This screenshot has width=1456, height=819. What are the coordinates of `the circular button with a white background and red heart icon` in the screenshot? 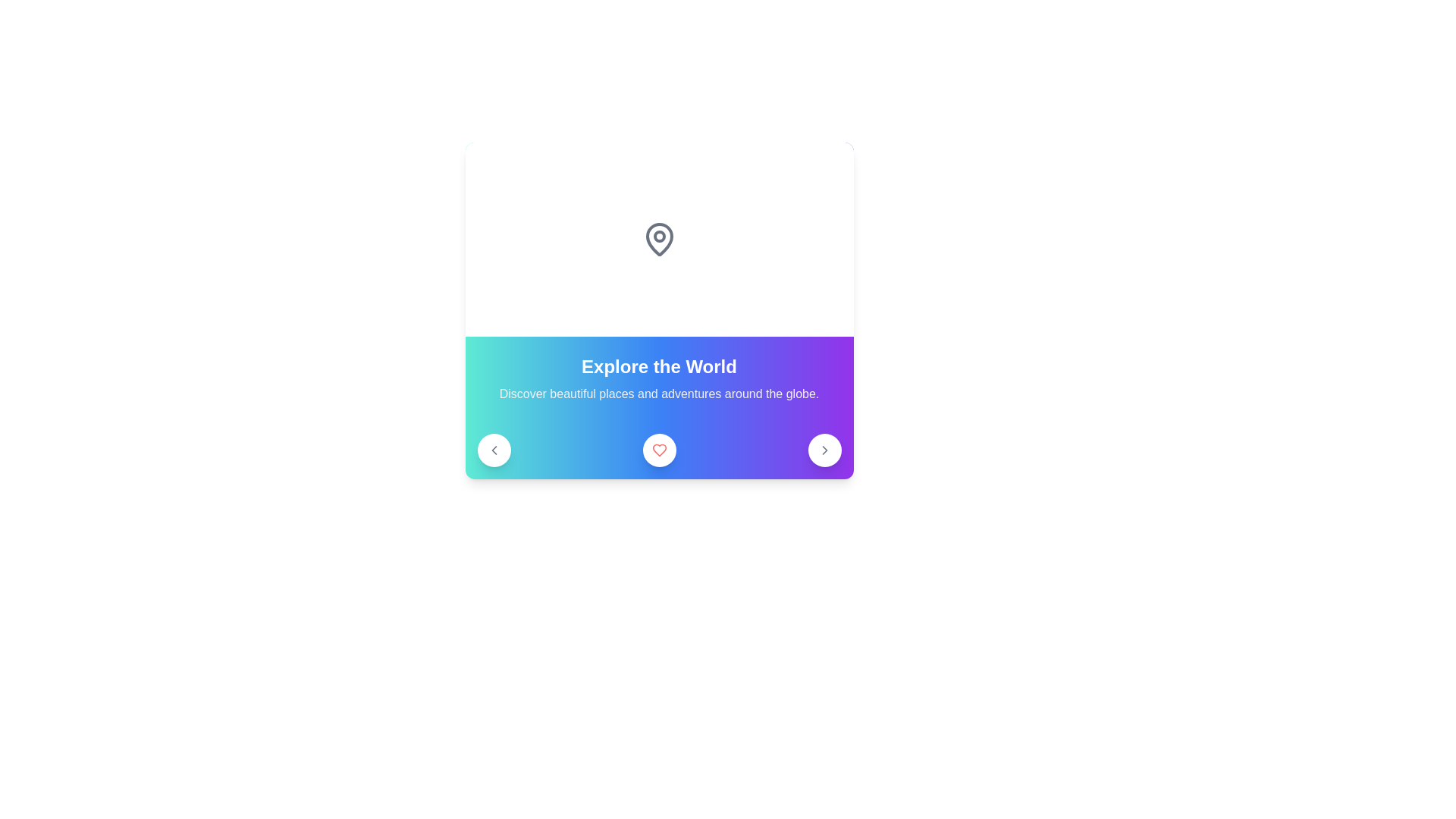 It's located at (659, 450).